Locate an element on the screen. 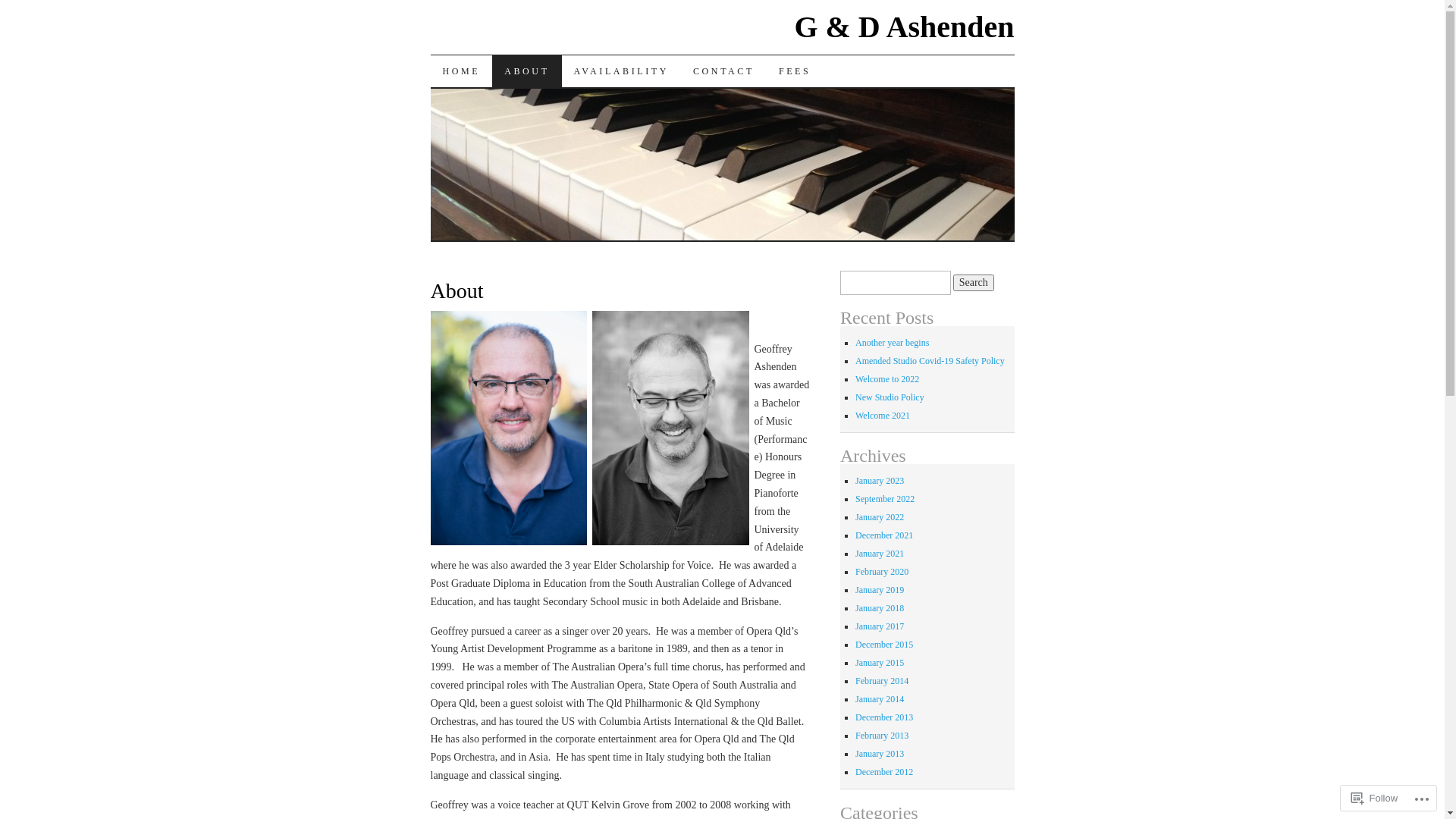  'January 2023' is located at coordinates (855, 480).